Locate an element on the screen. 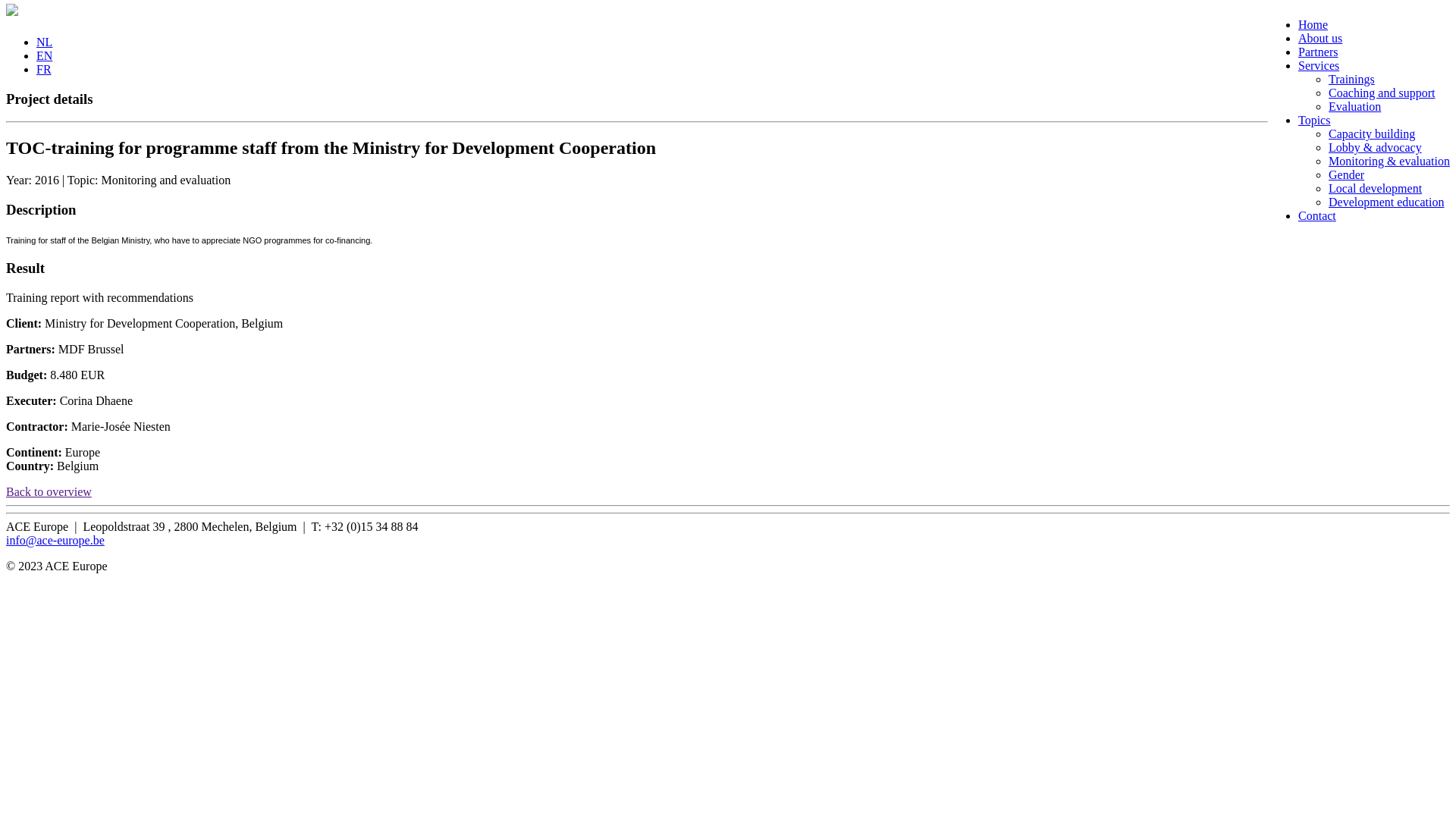  'NL' is located at coordinates (44, 41).